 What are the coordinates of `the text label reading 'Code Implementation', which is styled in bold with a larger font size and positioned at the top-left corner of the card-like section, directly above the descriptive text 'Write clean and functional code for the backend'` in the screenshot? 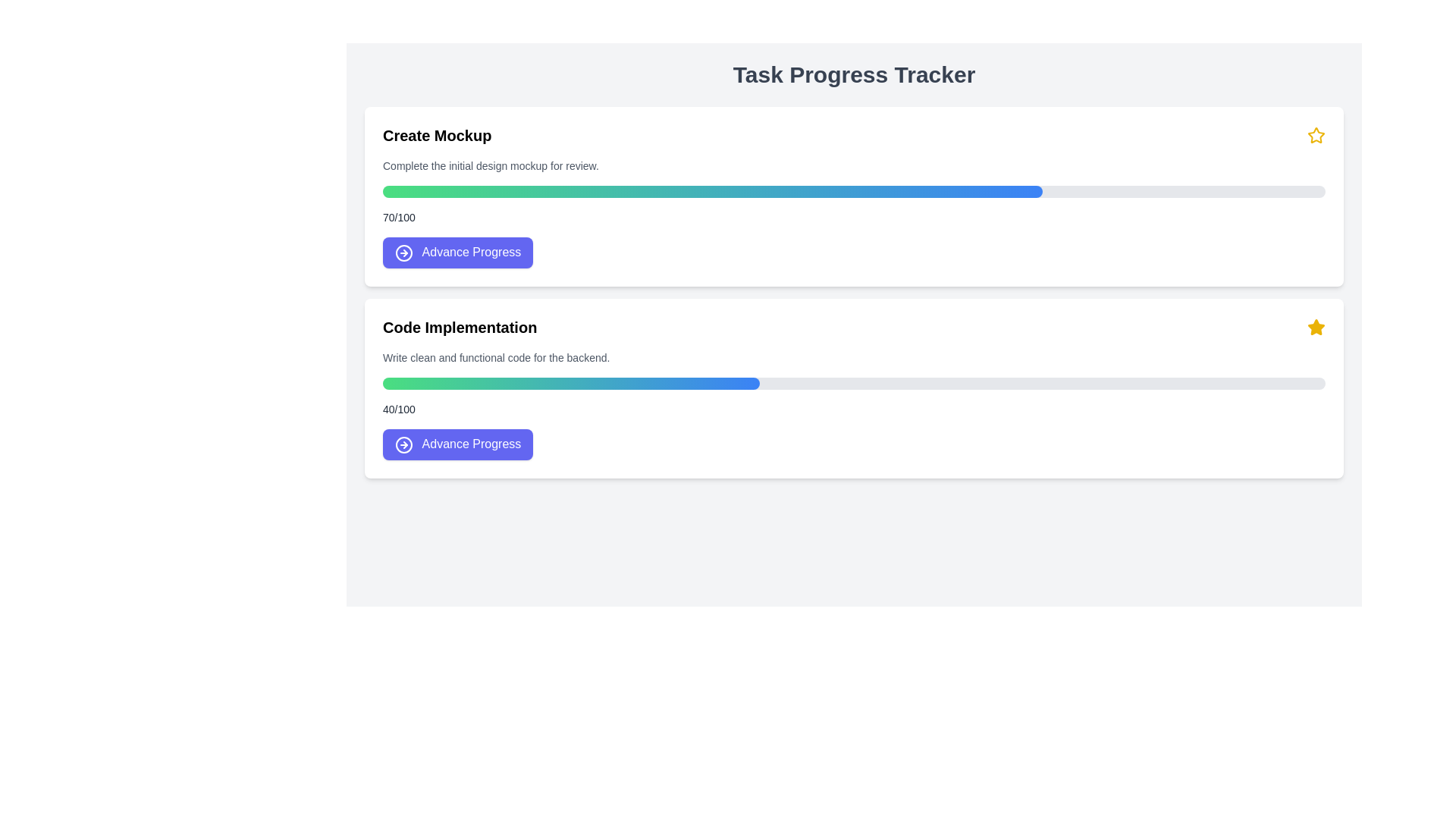 It's located at (459, 326).